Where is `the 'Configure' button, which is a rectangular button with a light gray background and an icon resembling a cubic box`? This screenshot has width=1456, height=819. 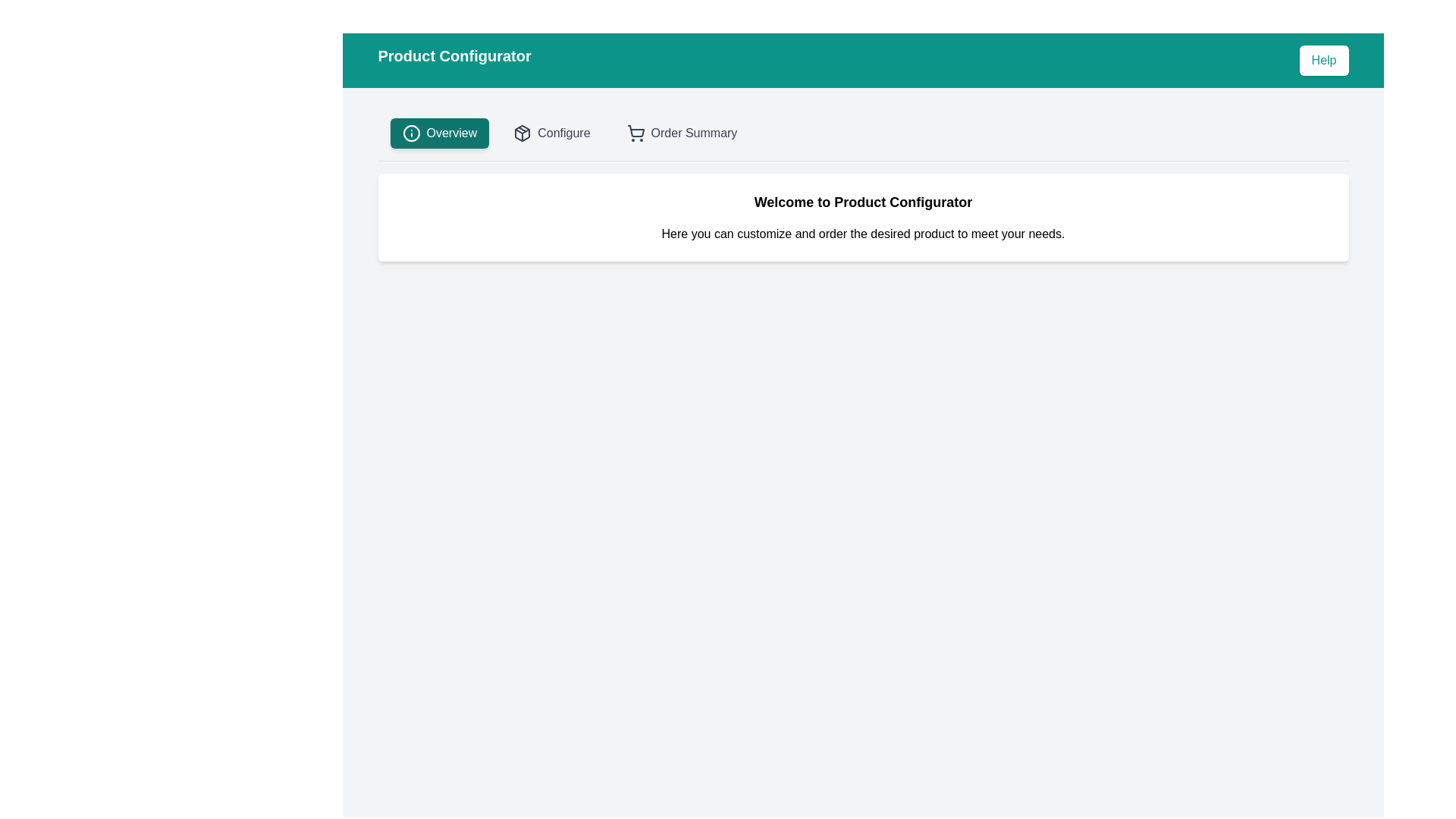 the 'Configure' button, which is a rectangular button with a light gray background and an icon resembling a cubic box is located at coordinates (551, 133).